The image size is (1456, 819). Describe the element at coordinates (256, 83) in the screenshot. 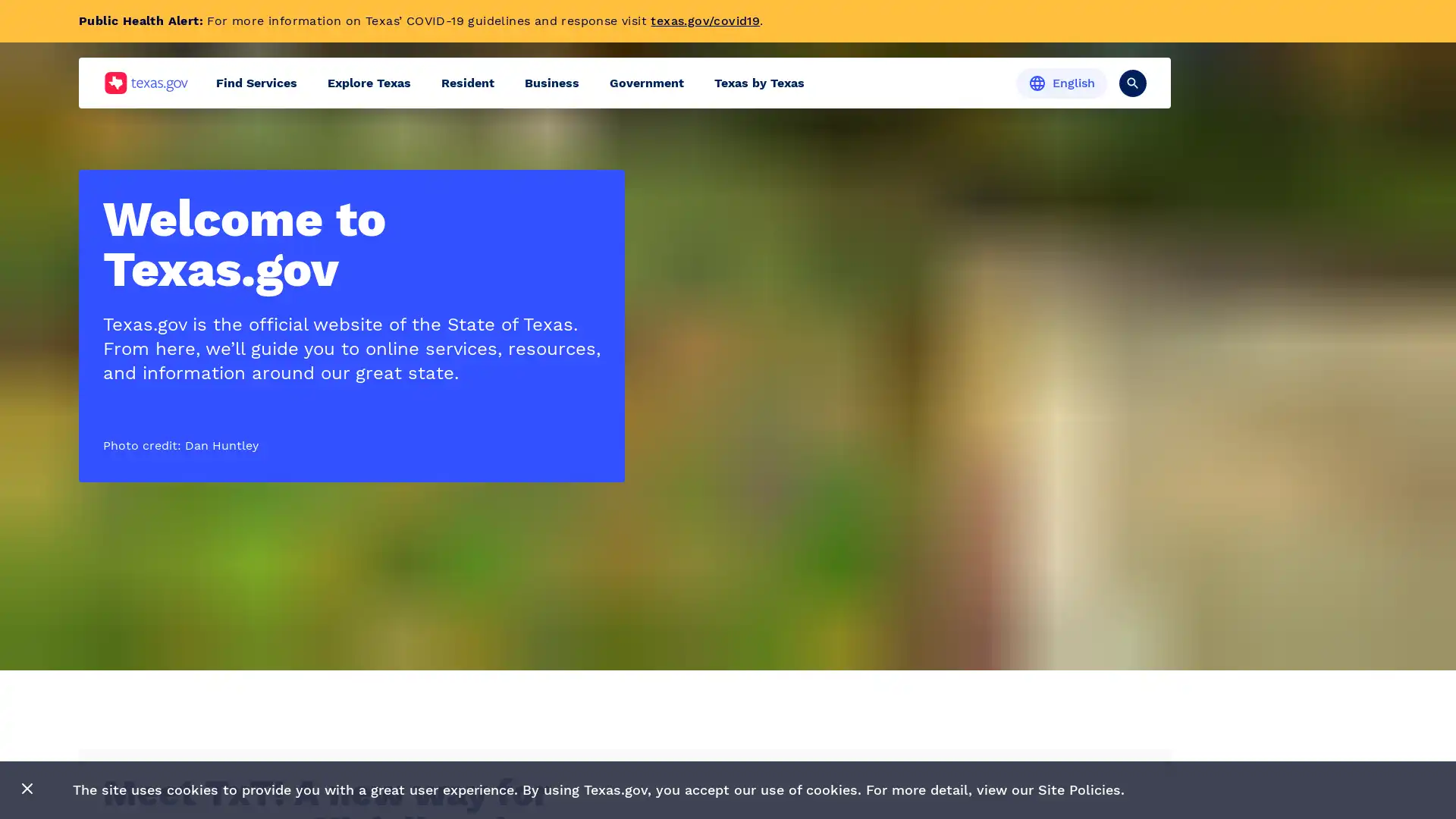

I see `Find Services` at that location.